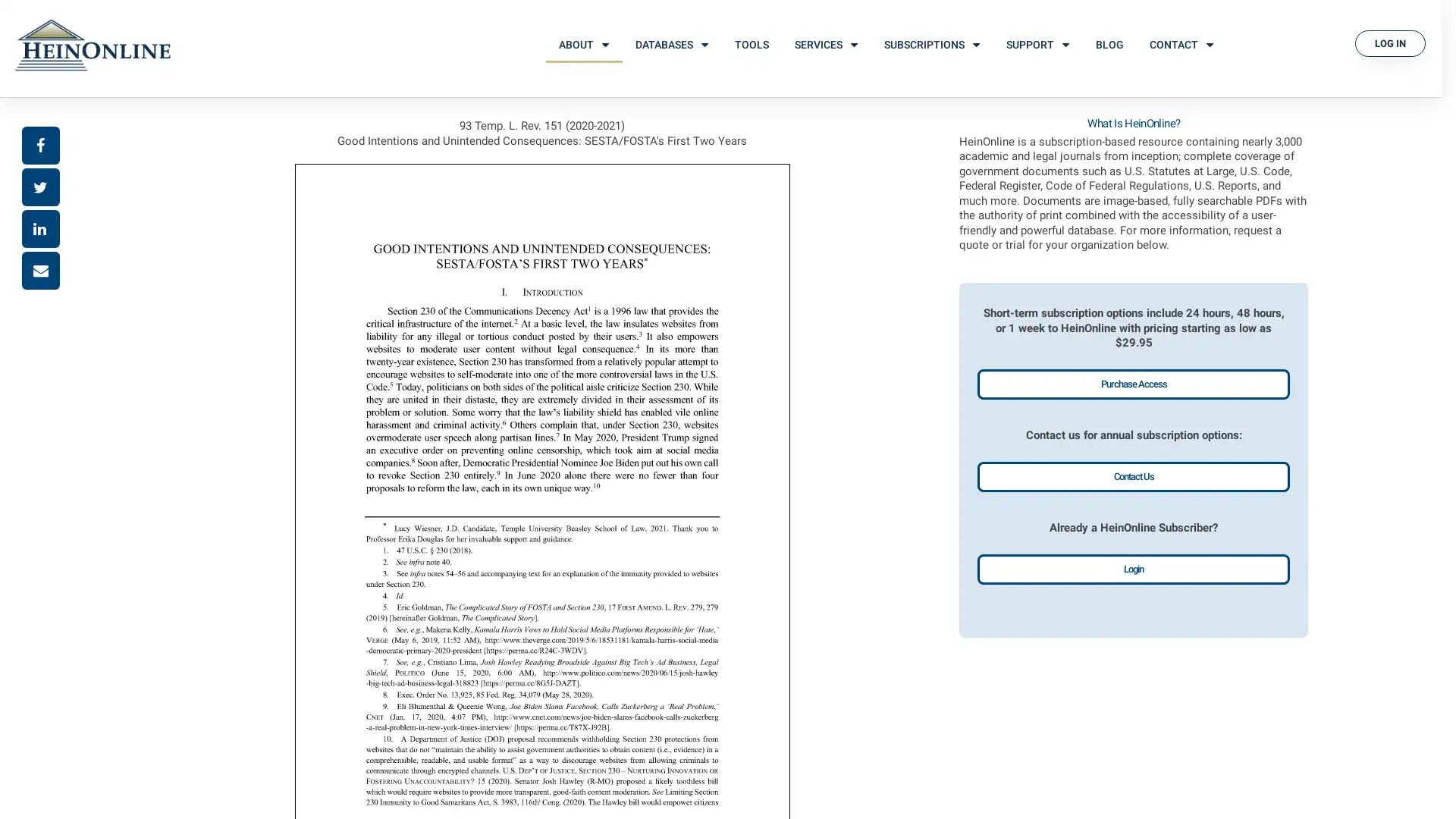  Describe the element at coordinates (1390, 42) in the screenshot. I see `LOG IN` at that location.